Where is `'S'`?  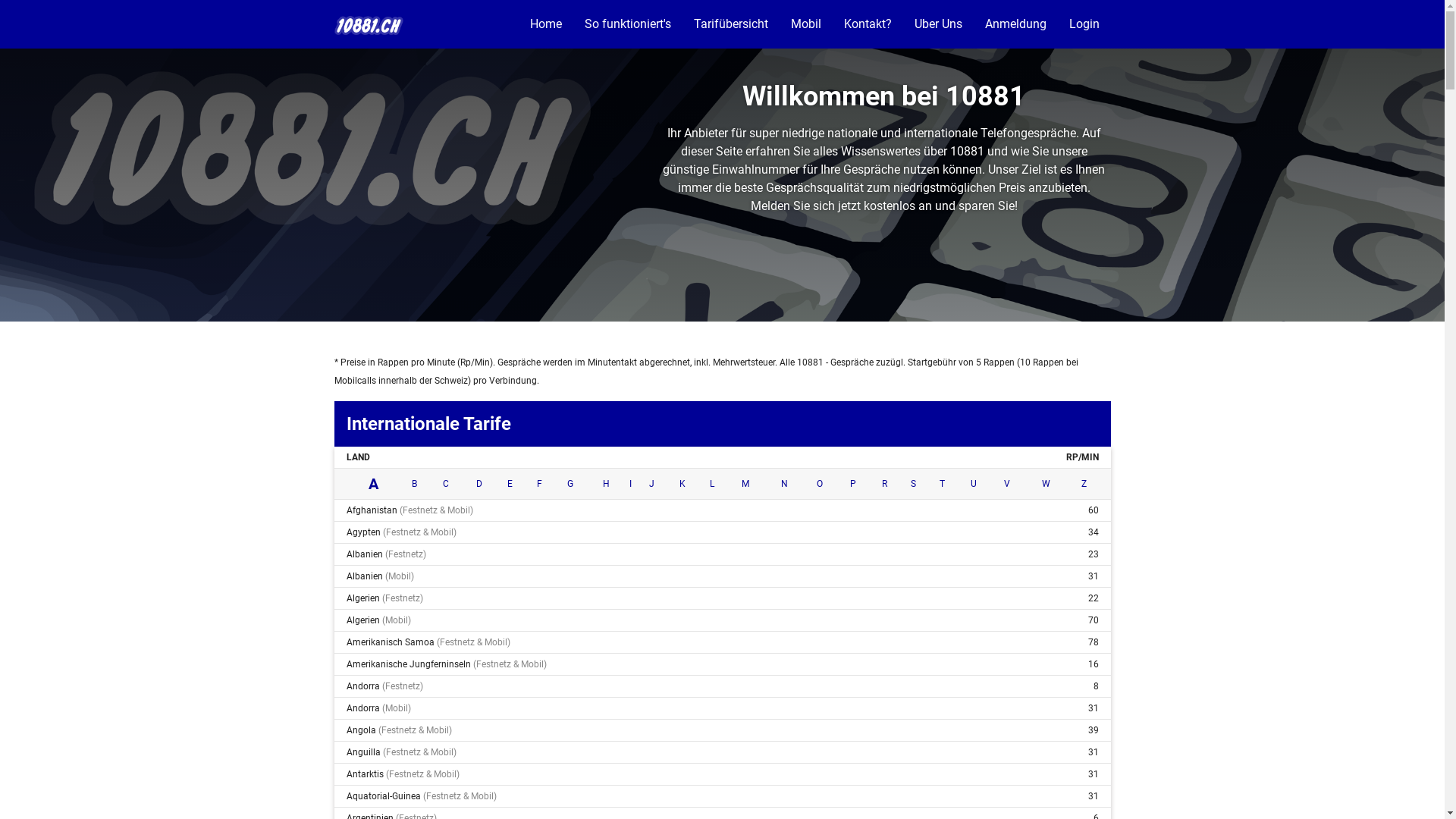 'S' is located at coordinates (912, 483).